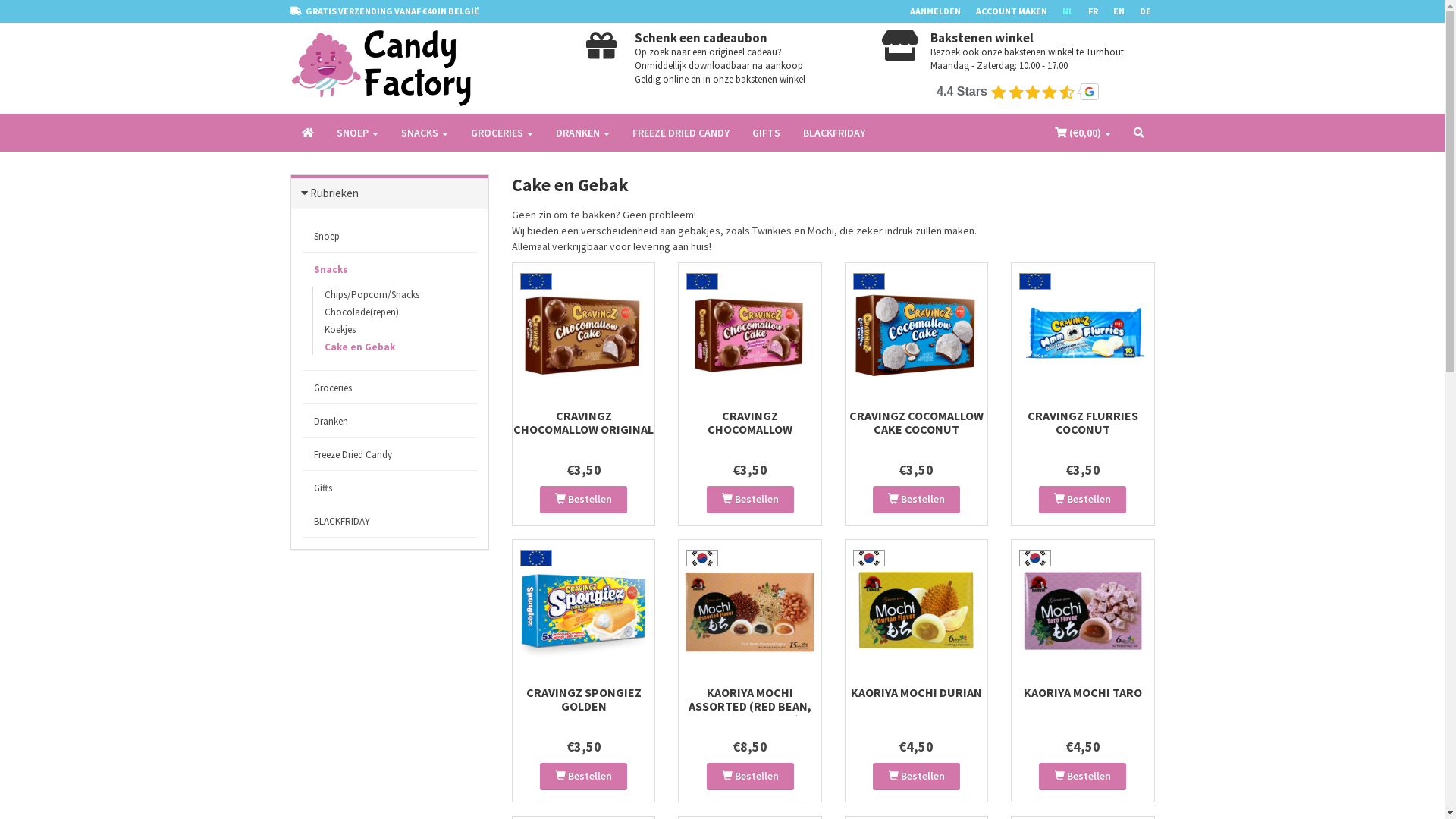 This screenshot has width=1456, height=819. I want to click on 'SNACKS', so click(425, 131).